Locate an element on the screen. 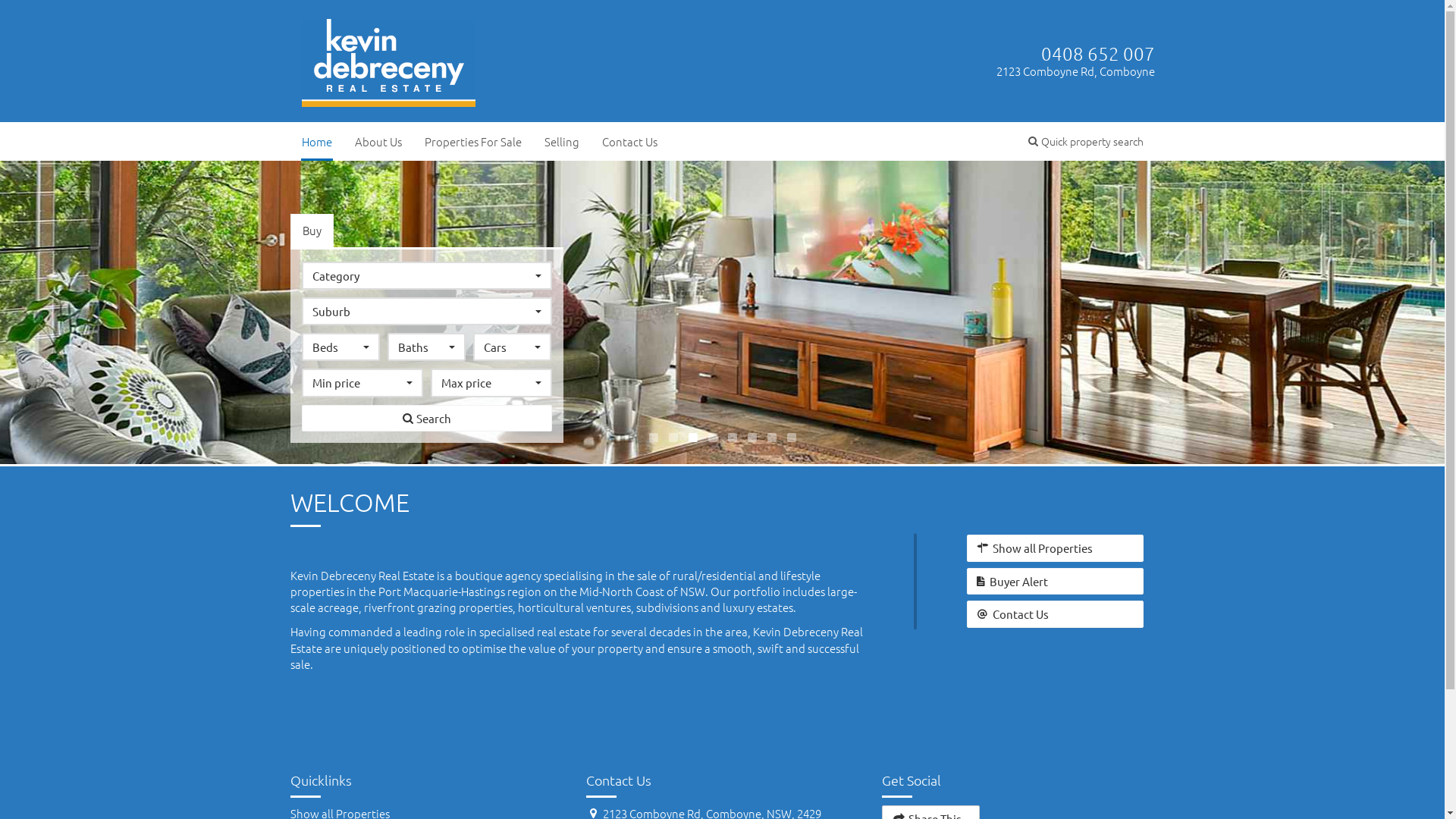 Image resolution: width=1456 pixels, height=819 pixels. 'About Us' is located at coordinates (341, 141).